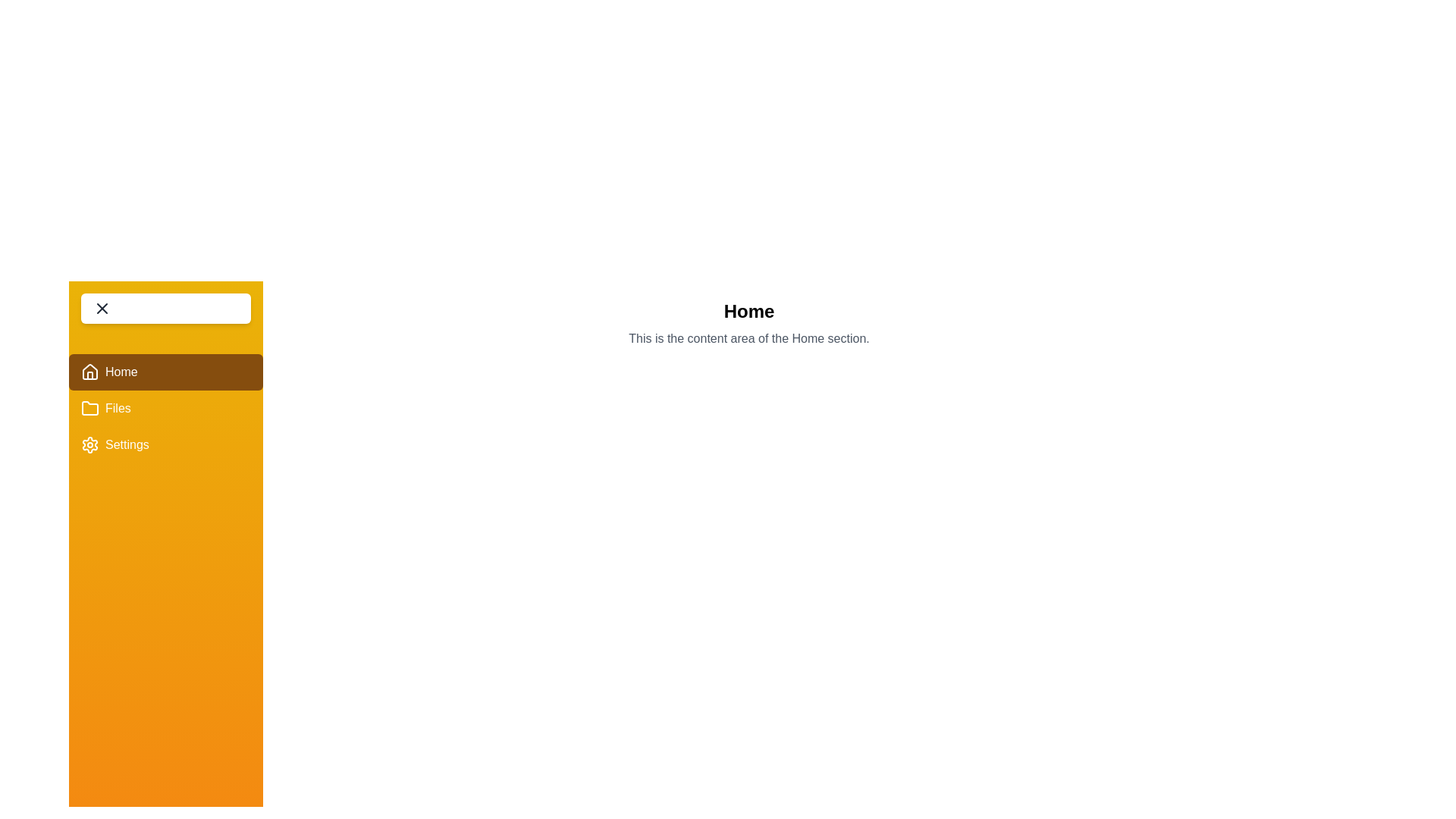 The height and width of the screenshot is (819, 1456). I want to click on the Files tab in the navigation menu, so click(166, 408).